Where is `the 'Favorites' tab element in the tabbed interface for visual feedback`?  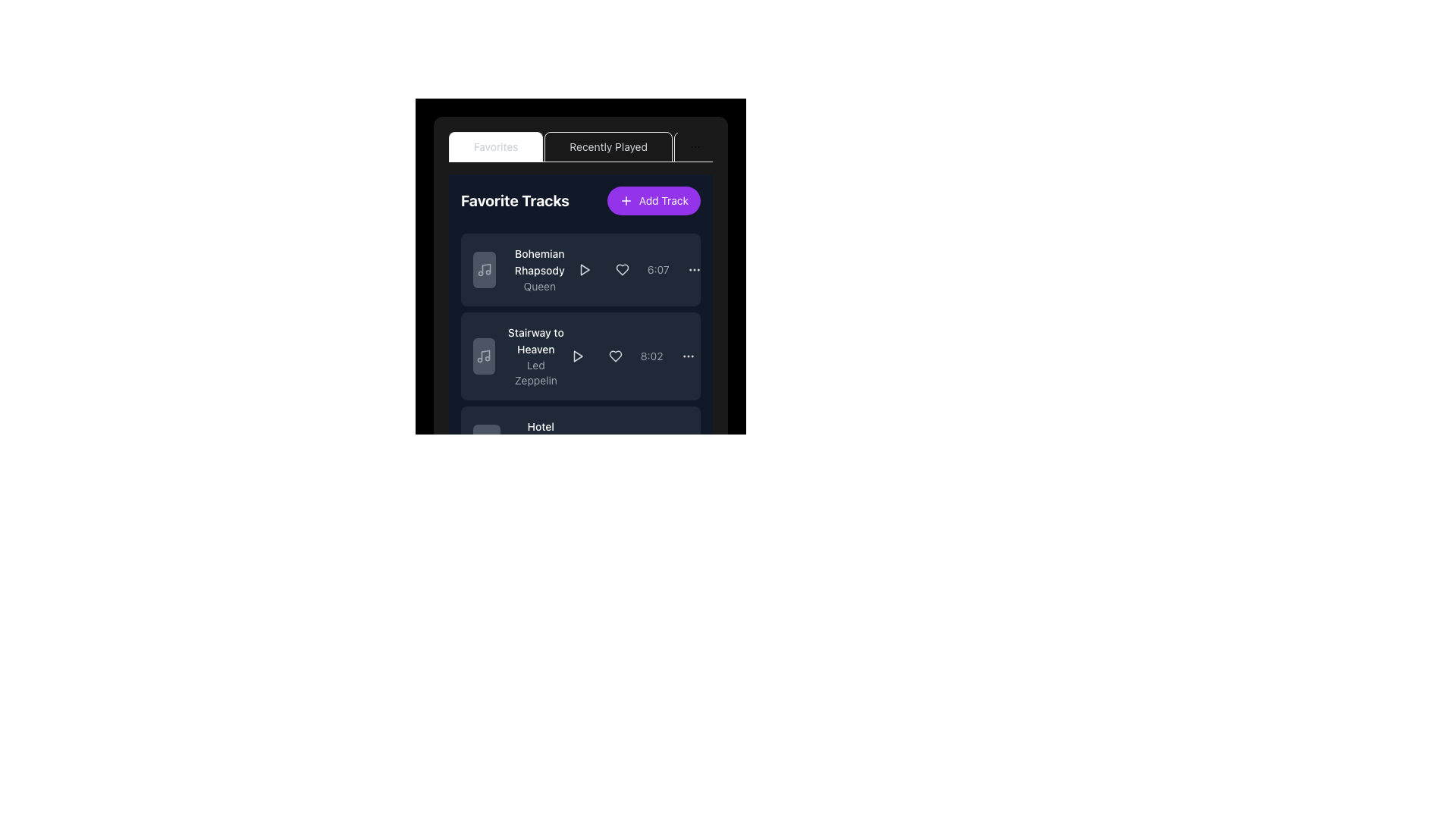 the 'Favorites' tab element in the tabbed interface for visual feedback is located at coordinates (580, 256).